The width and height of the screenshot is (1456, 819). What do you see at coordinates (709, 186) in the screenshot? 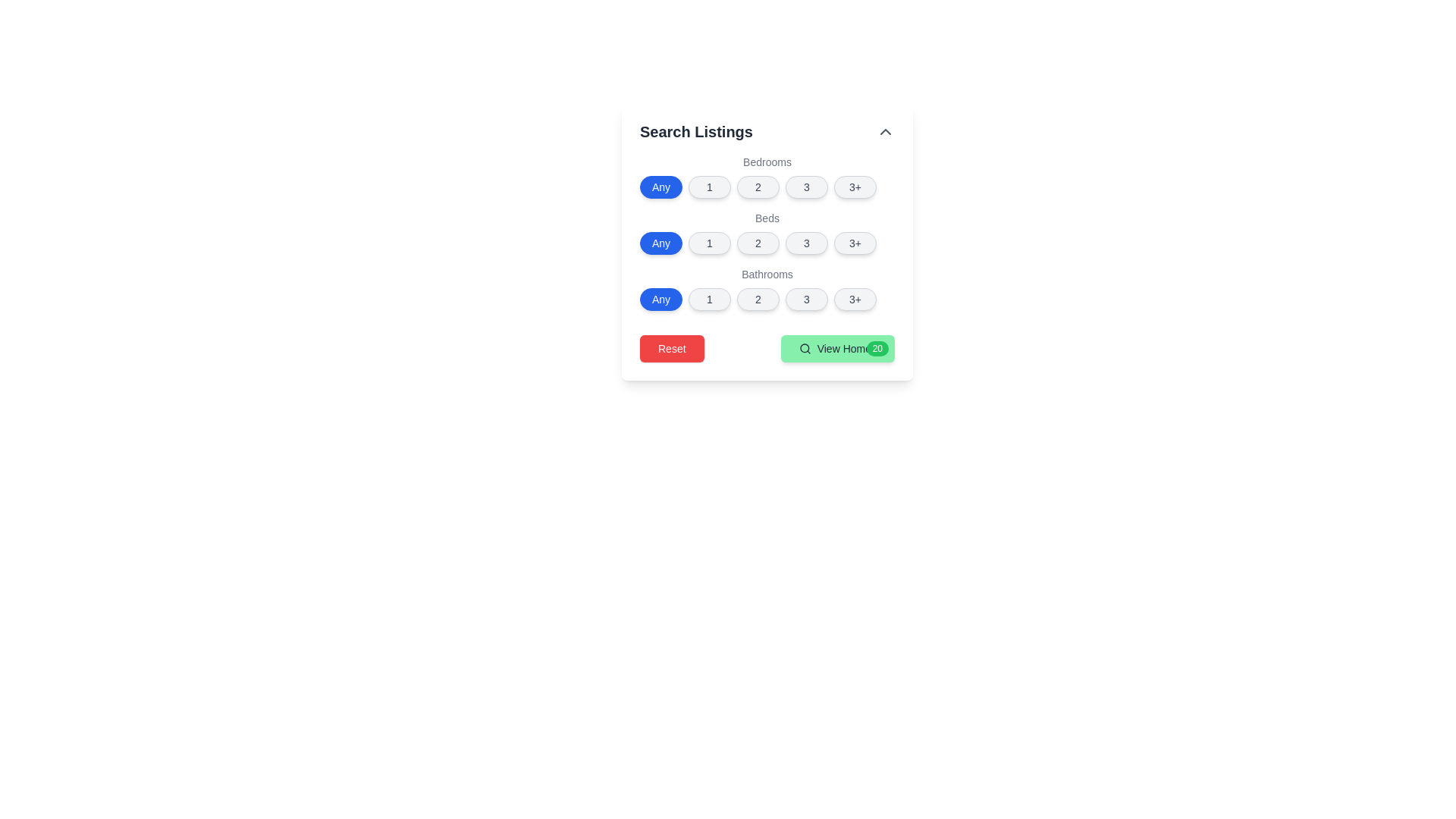
I see `the rectangular button with rounded corners labeled '1'` at bounding box center [709, 186].